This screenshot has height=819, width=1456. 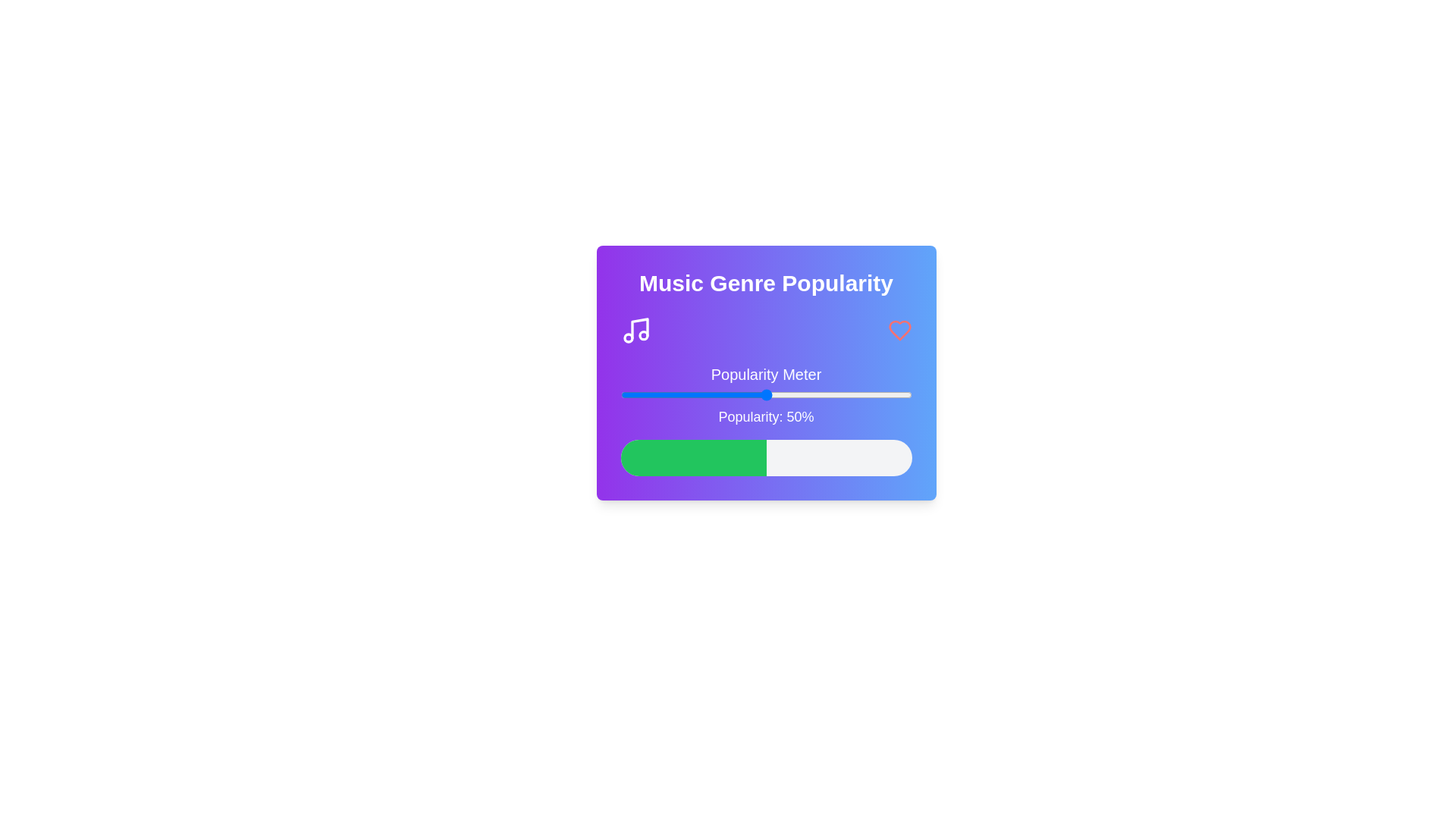 What do you see at coordinates (897, 394) in the screenshot?
I see `the popularity slider to 95%` at bounding box center [897, 394].